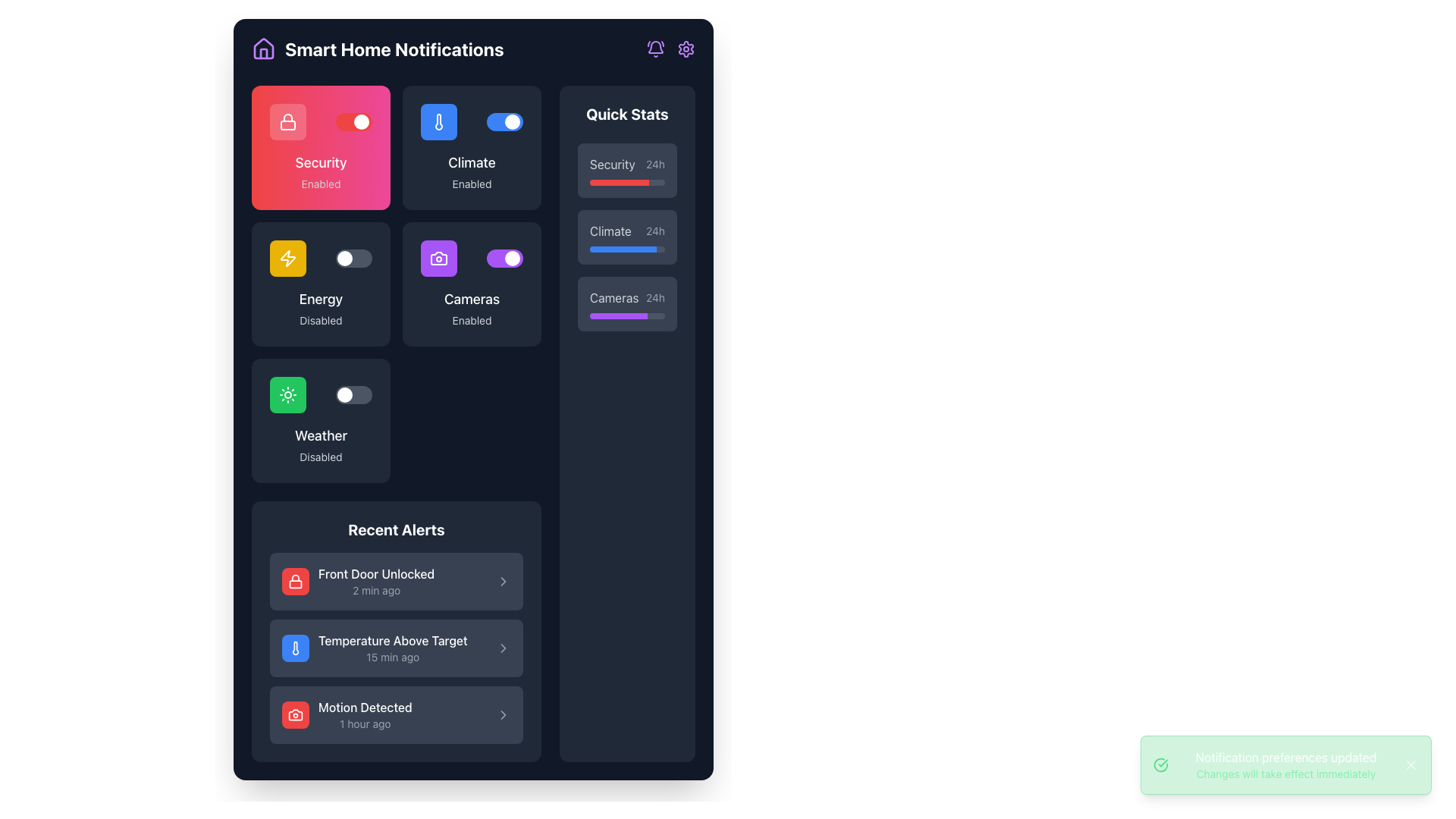  What do you see at coordinates (503, 714) in the screenshot?
I see `the chevron icon pointing to the right, which is styled with thin lines and a medium gray color, located within the dark background rectangle of the 'Motion Detected' card` at bounding box center [503, 714].